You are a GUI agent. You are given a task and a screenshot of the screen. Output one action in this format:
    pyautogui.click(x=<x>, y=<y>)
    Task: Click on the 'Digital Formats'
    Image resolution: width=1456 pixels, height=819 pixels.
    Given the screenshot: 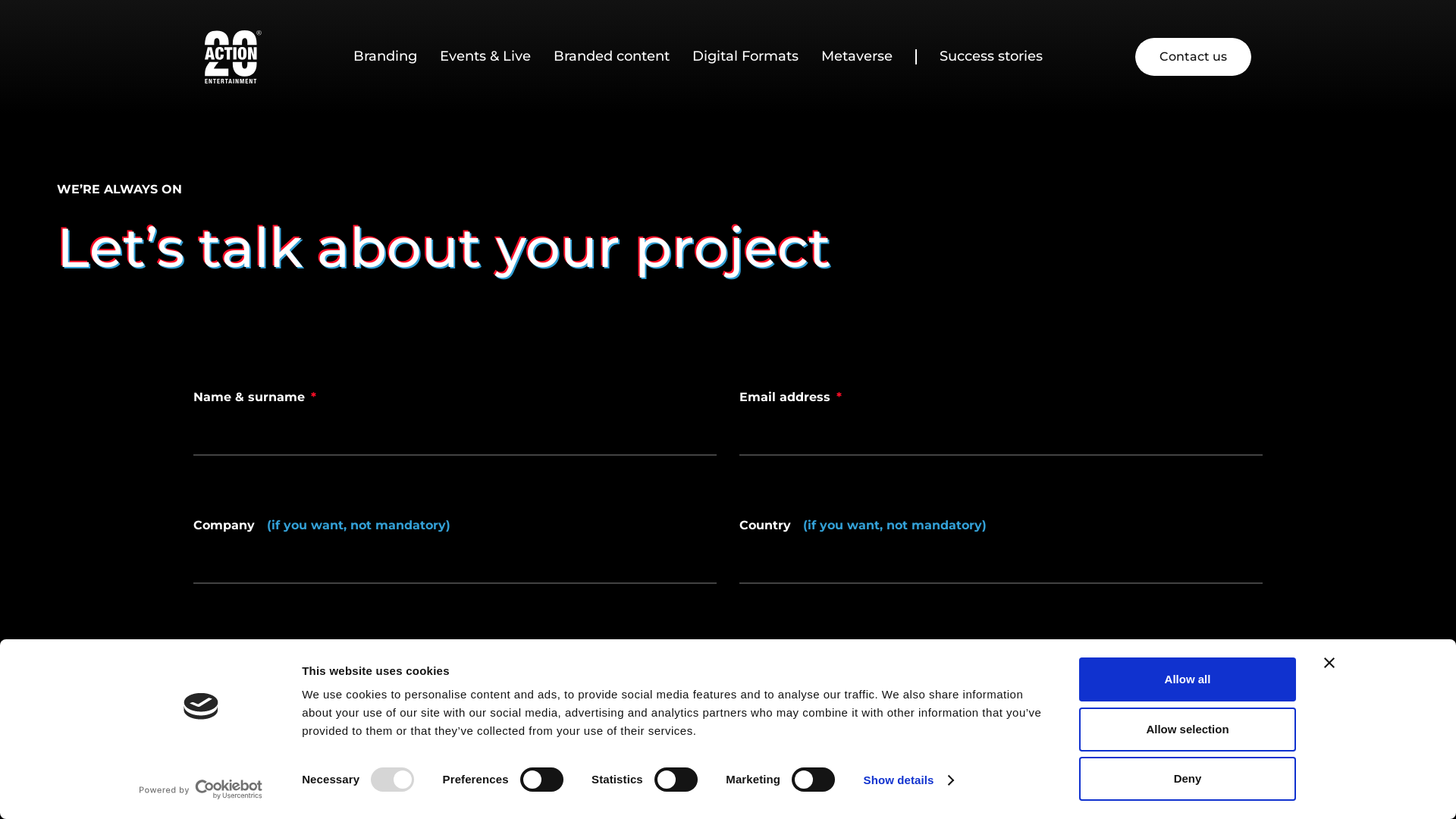 What is the action you would take?
    pyautogui.click(x=745, y=55)
    